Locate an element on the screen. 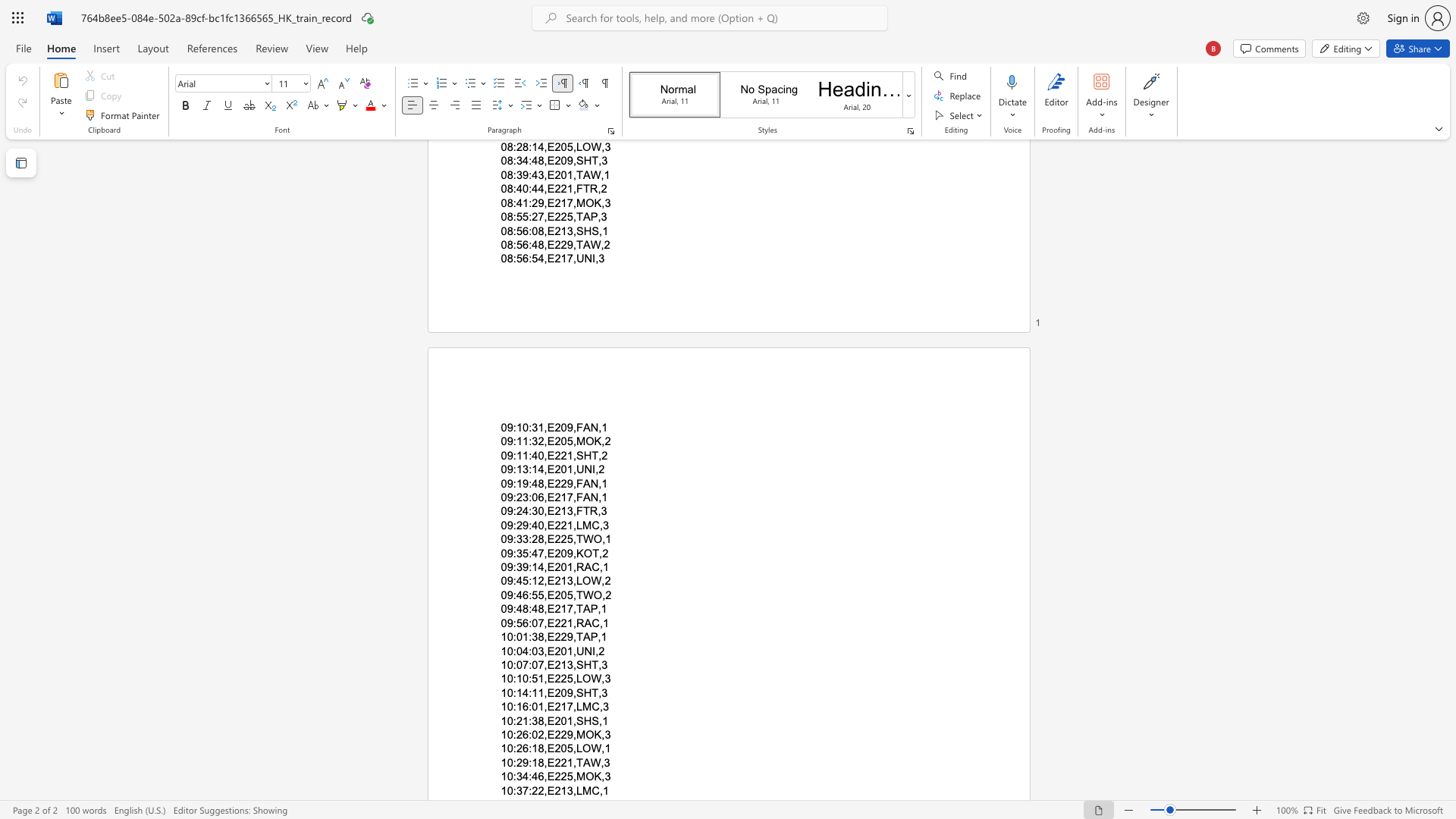 This screenshot has width=1456, height=819. the space between the continuous character "E" and "2" in the text is located at coordinates (553, 678).